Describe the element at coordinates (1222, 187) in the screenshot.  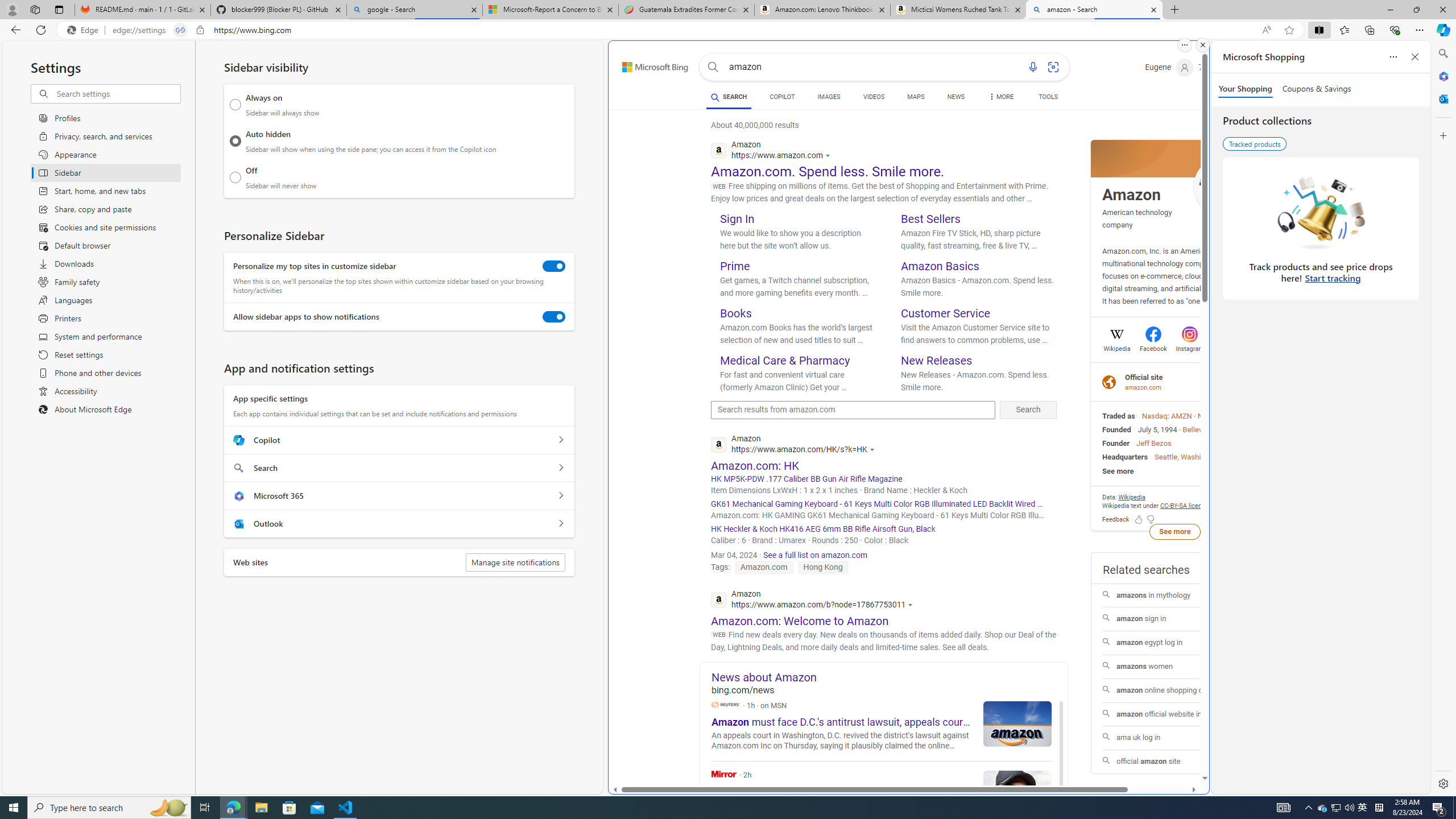
I see `'See more images of Amazon'` at that location.